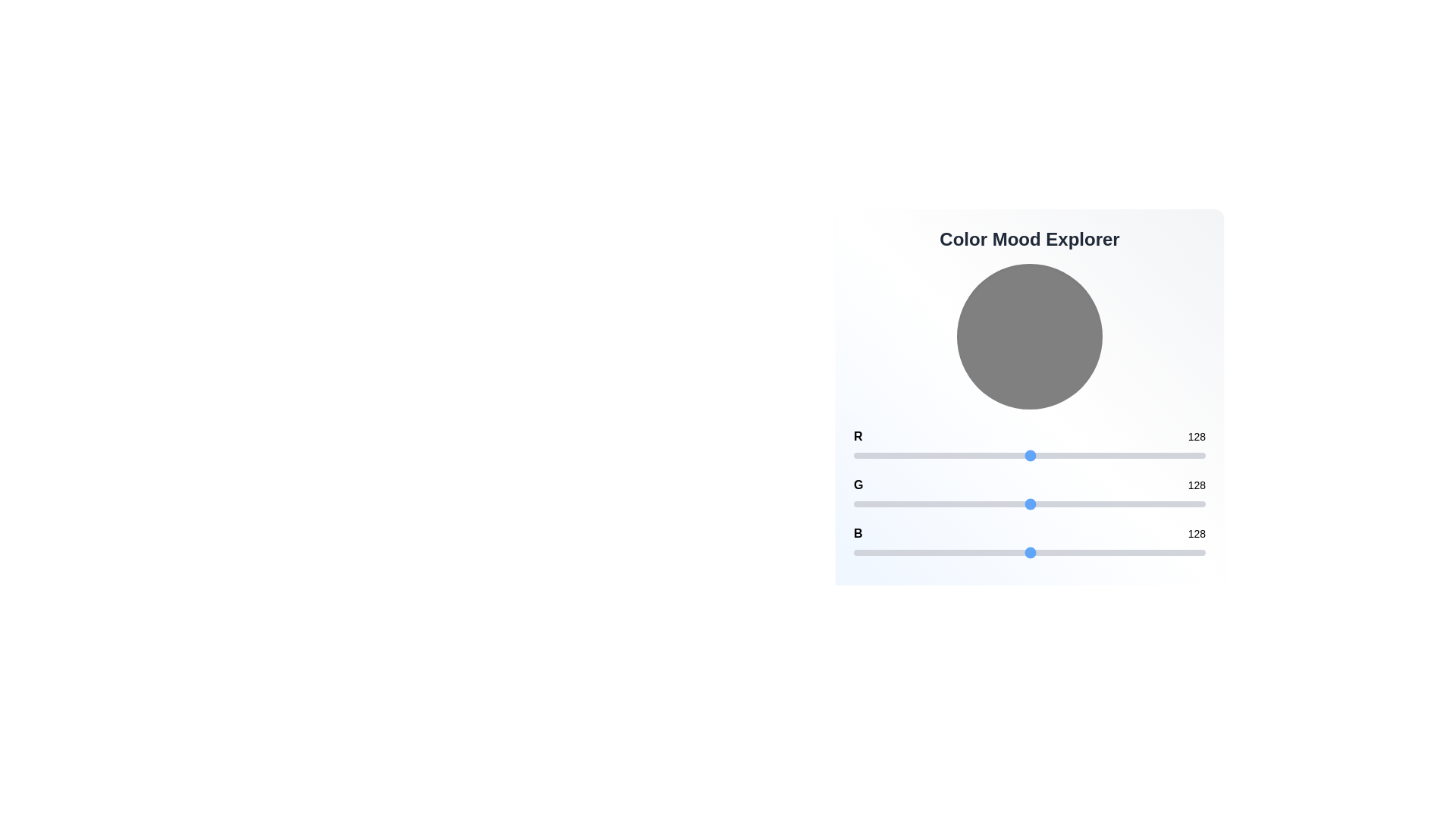  I want to click on the 1 slider to set its value to 215, so click(1150, 504).